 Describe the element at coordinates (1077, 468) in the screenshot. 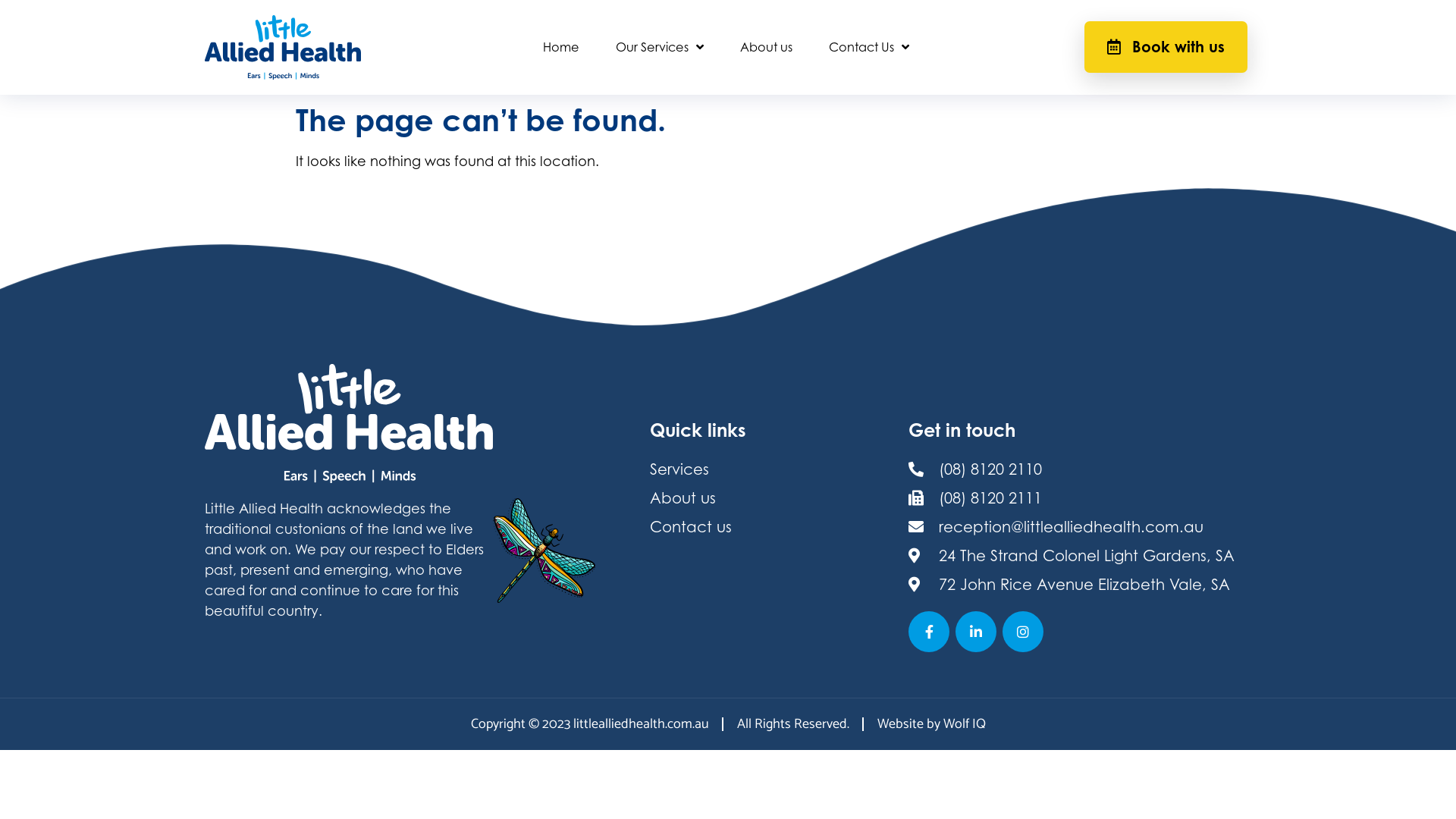

I see `'(08) 8120 2110'` at that location.